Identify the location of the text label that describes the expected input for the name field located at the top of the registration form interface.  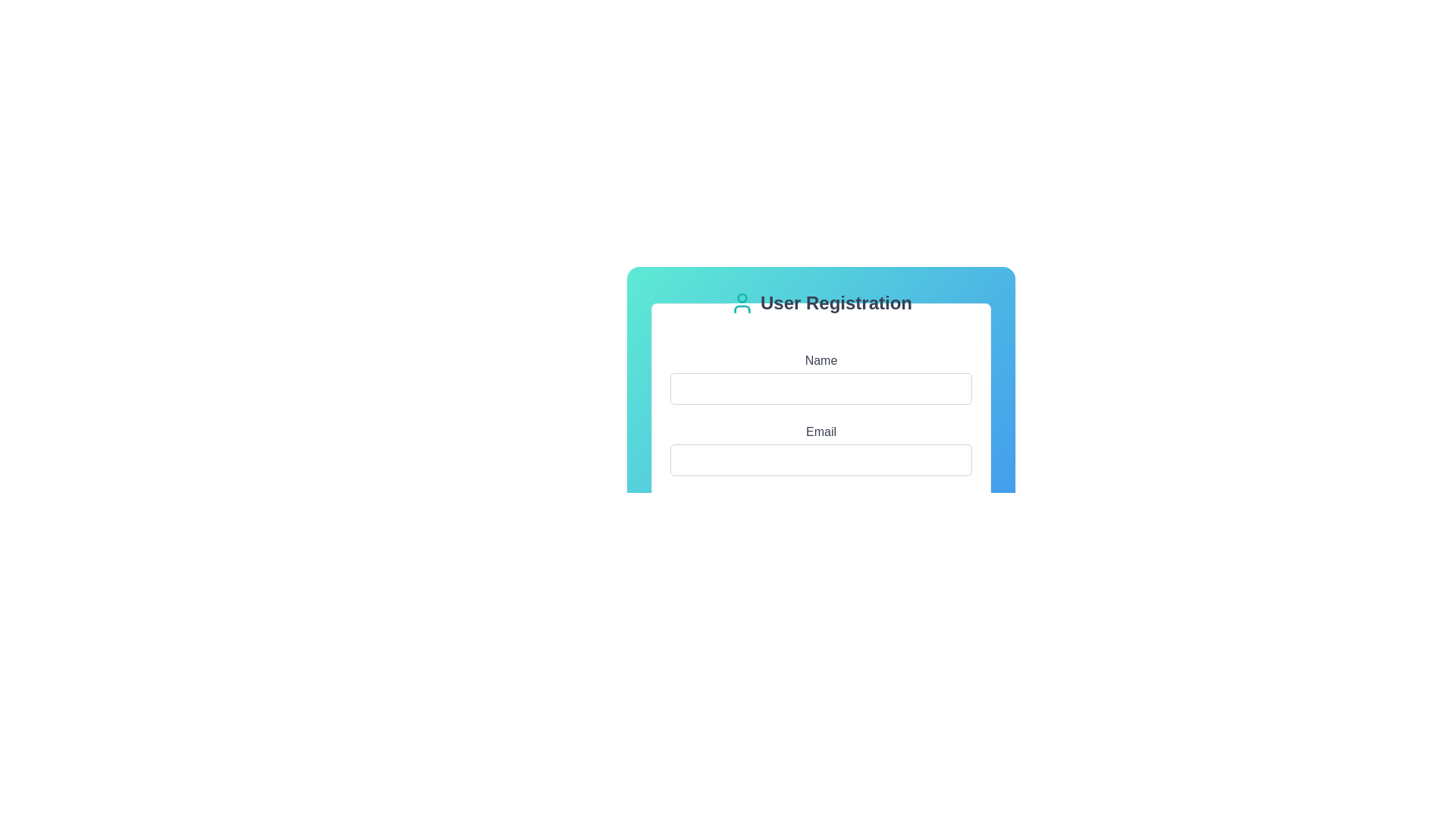
(821, 360).